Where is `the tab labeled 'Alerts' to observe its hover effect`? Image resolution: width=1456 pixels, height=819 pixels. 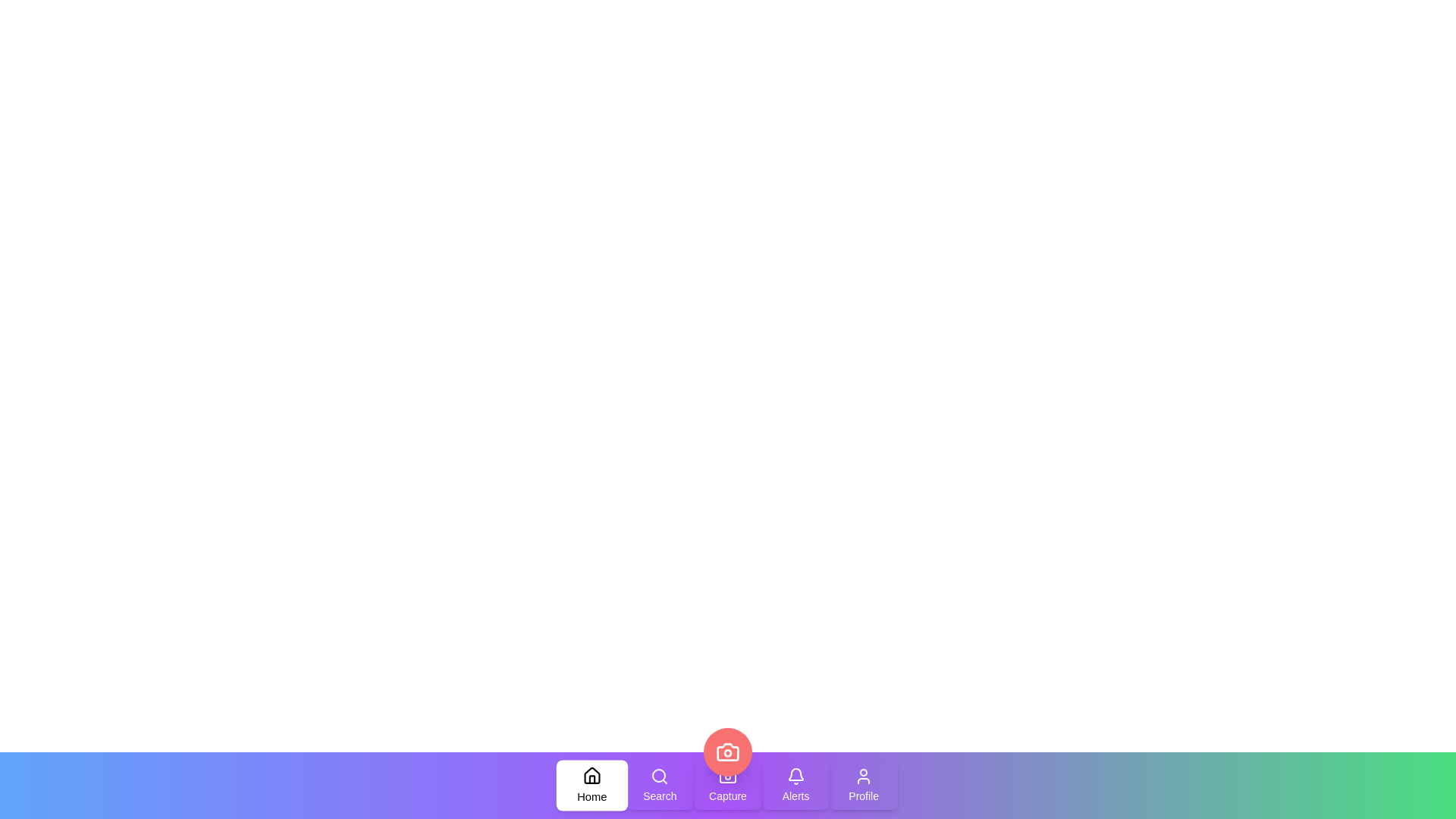
the tab labeled 'Alerts' to observe its hover effect is located at coordinates (795, 785).